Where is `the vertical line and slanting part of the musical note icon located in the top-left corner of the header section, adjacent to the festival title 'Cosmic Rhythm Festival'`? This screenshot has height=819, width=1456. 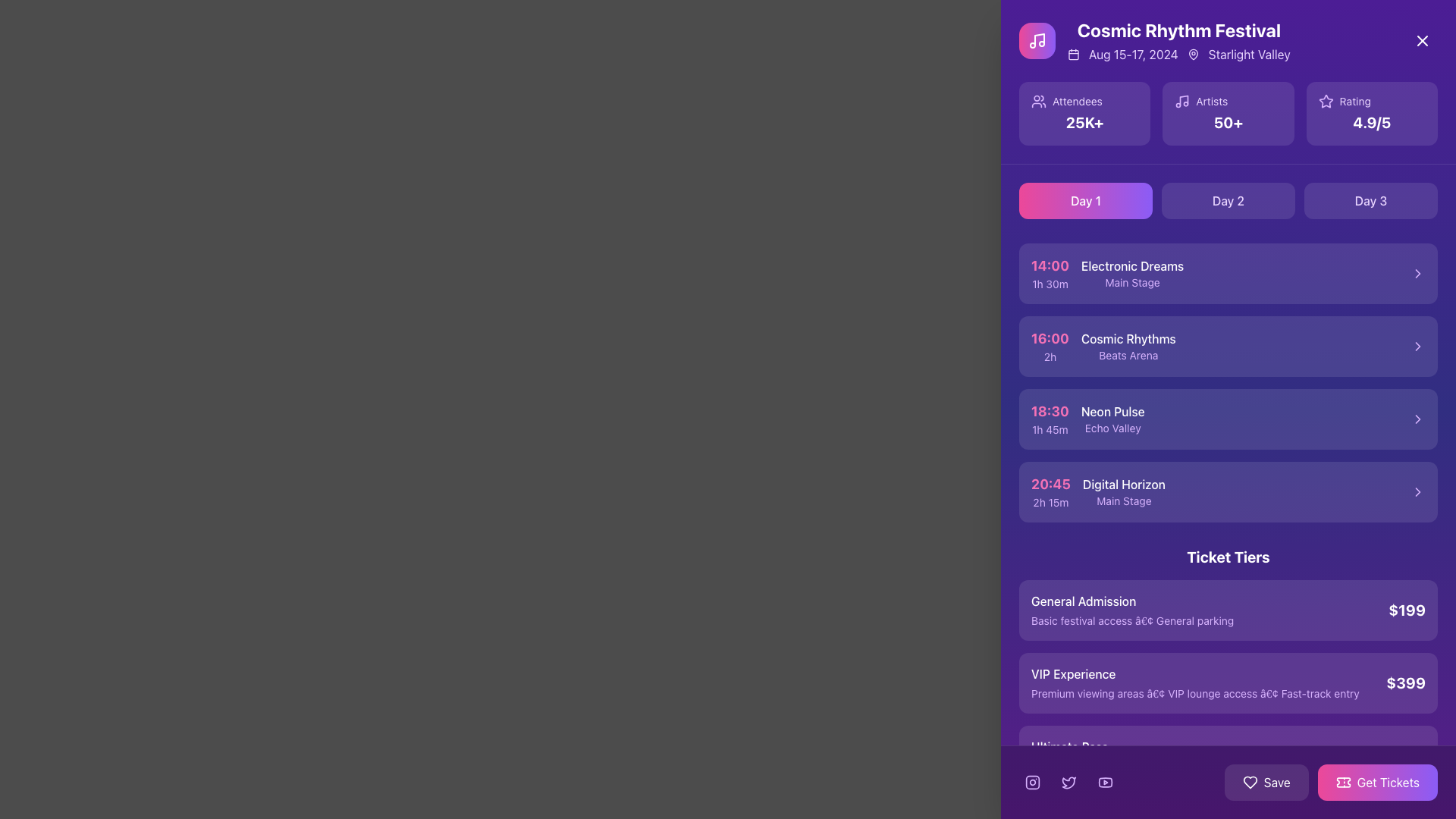 the vertical line and slanting part of the musical note icon located in the top-left corner of the header section, adjacent to the festival title 'Cosmic Rhythm Festival' is located at coordinates (1039, 39).